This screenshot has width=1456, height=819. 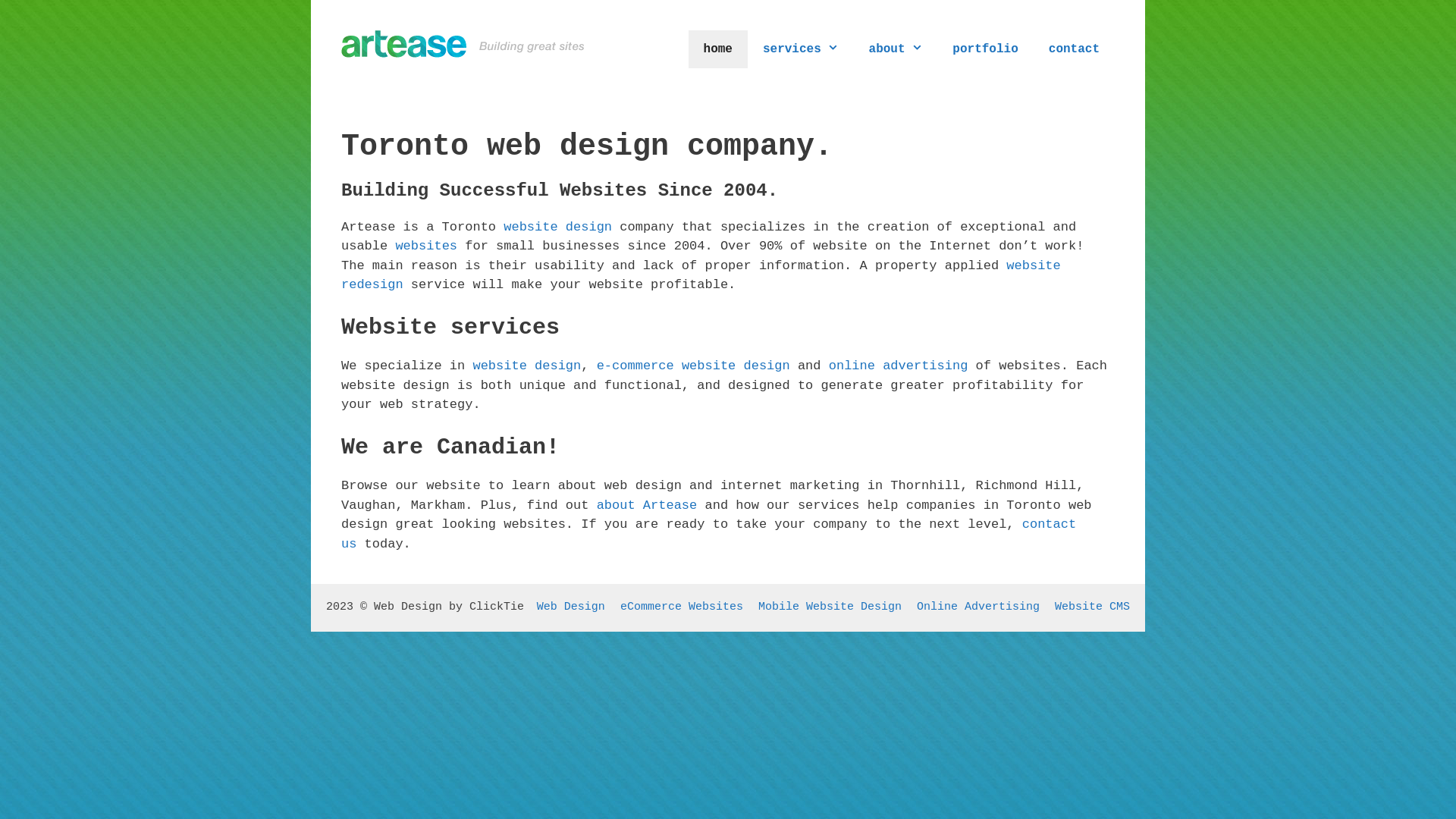 What do you see at coordinates (1073, 49) in the screenshot?
I see `'contact'` at bounding box center [1073, 49].